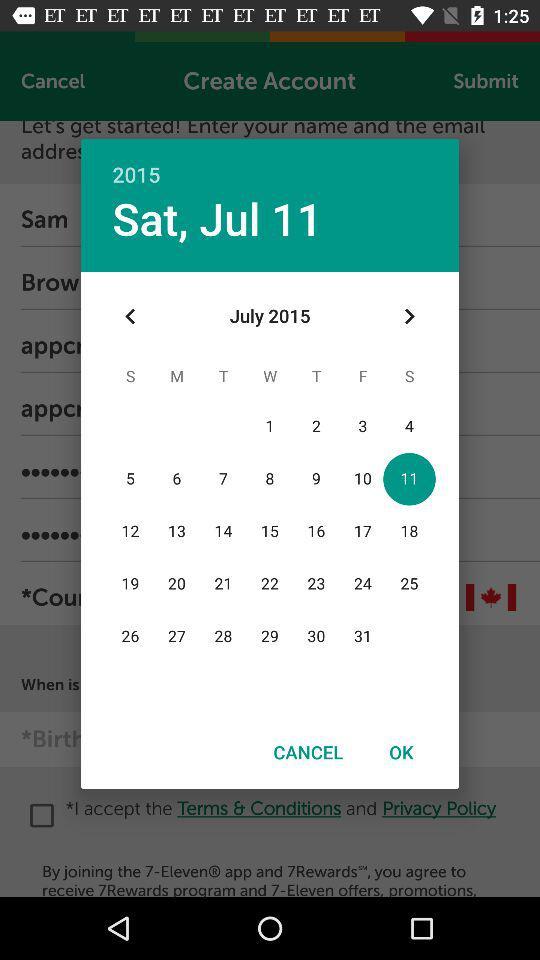 This screenshot has width=540, height=960. What do you see at coordinates (216, 218) in the screenshot?
I see `sat, jul 11` at bounding box center [216, 218].